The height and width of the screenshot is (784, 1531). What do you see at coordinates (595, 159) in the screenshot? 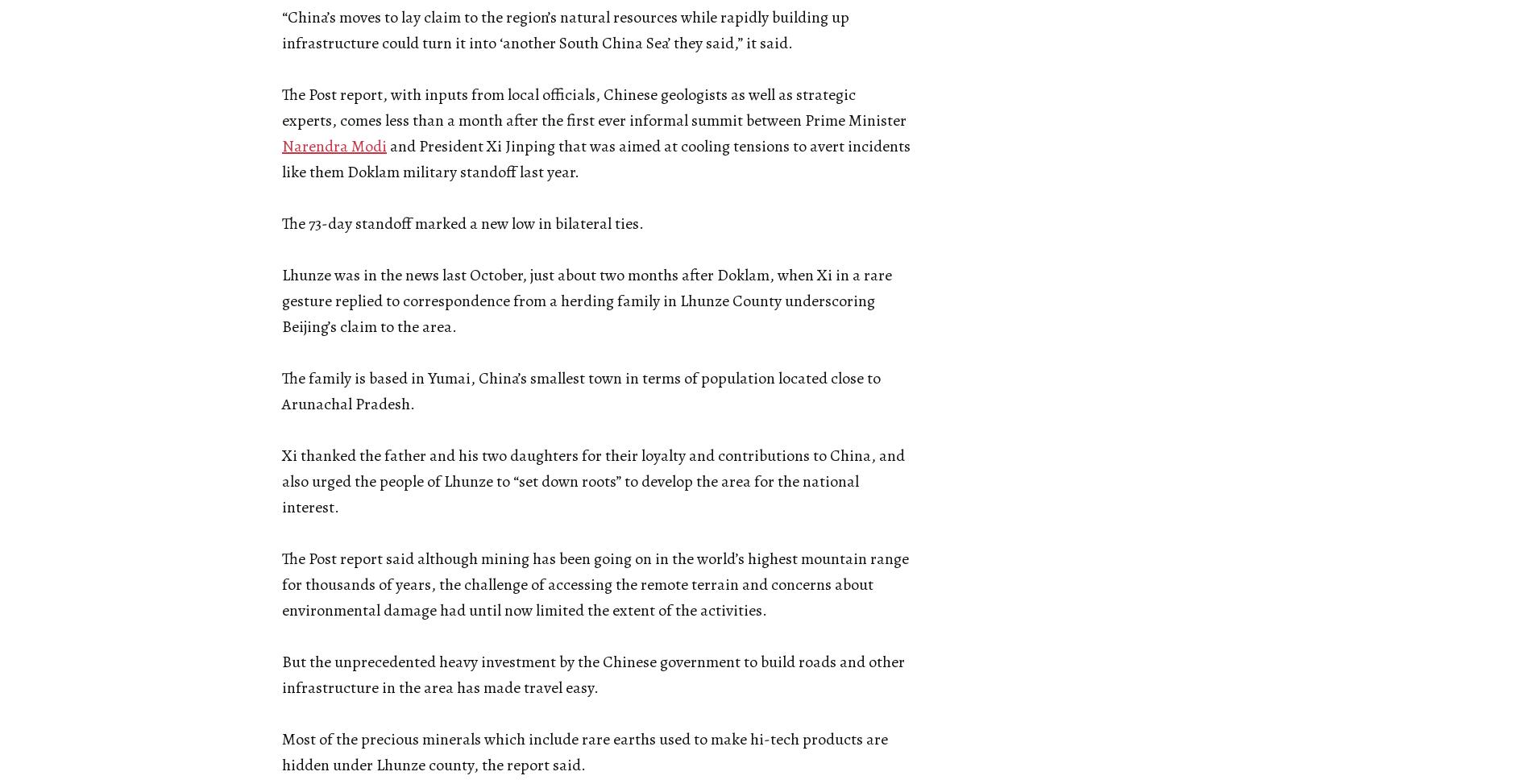
I see `'and President Xi Jinping that was aimed at cooling tensions to avert incidents like them Doklam military standoff last year.'` at bounding box center [595, 159].